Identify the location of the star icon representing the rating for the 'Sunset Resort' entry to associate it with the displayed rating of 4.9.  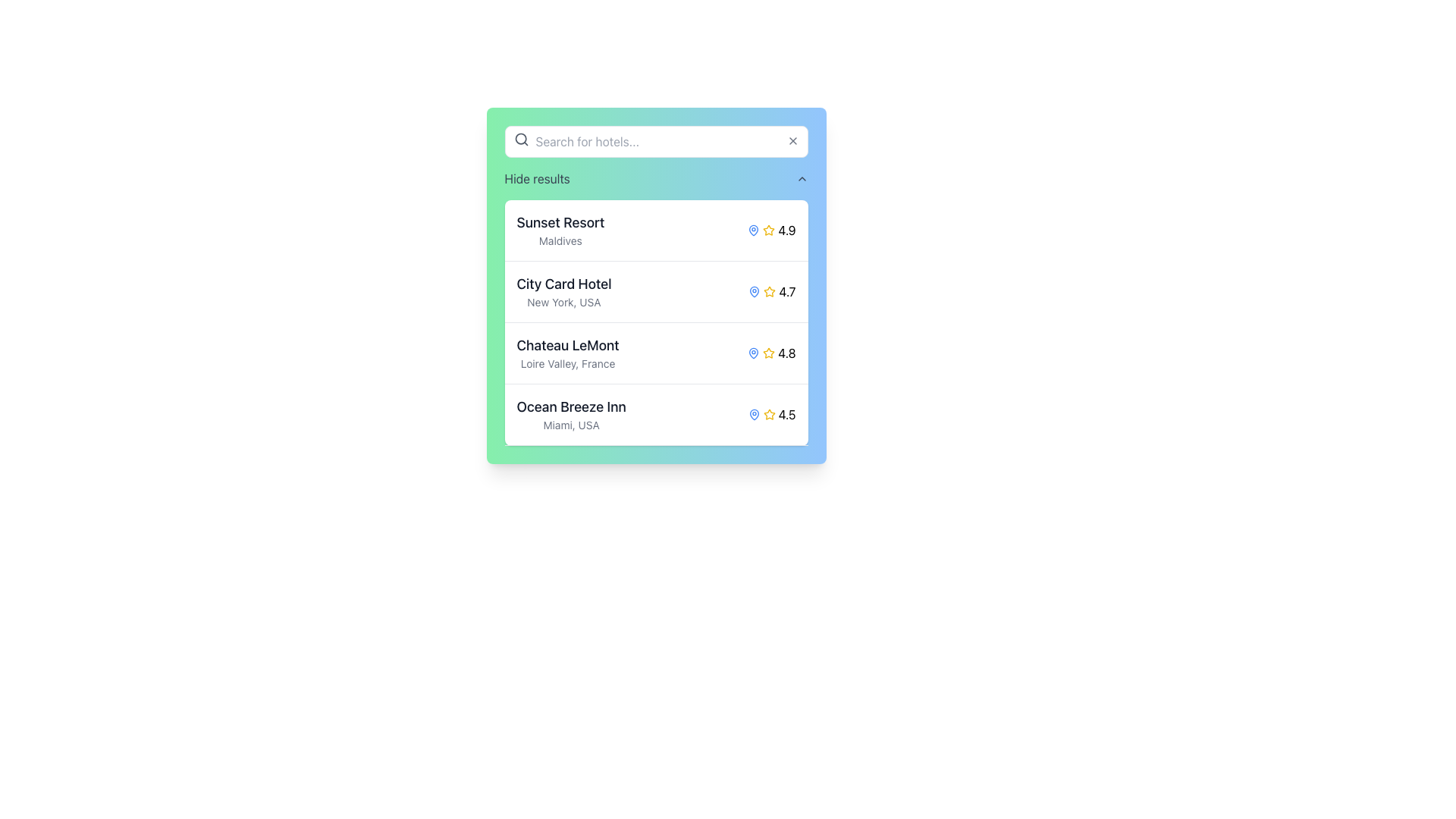
(771, 231).